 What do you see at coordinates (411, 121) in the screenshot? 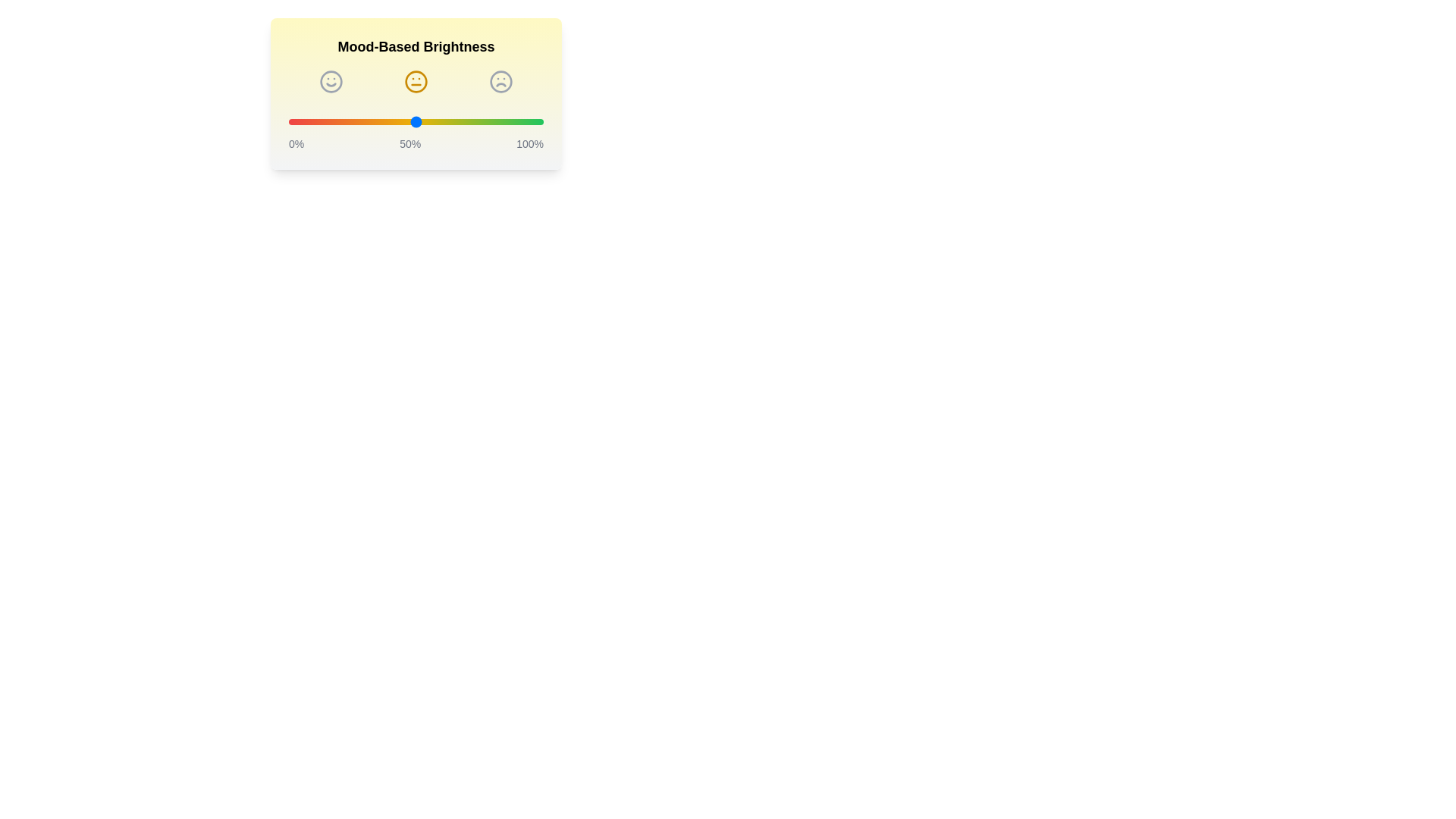
I see `the brightness slider to 48% to observe the mood icon change` at bounding box center [411, 121].